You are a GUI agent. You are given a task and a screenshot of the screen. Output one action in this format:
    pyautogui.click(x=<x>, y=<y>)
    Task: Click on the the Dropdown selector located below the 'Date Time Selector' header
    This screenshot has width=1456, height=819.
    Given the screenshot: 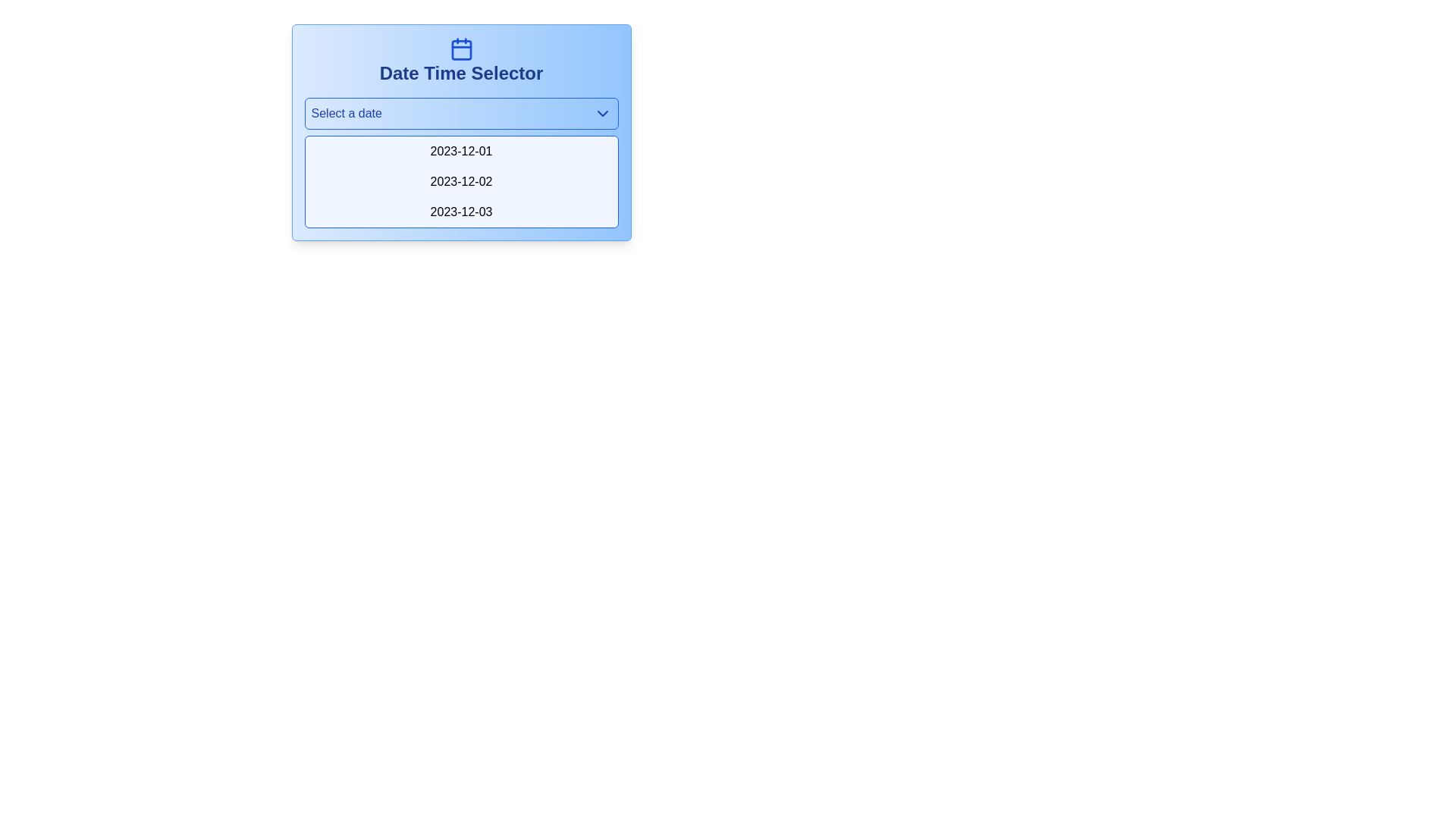 What is the action you would take?
    pyautogui.click(x=460, y=131)
    